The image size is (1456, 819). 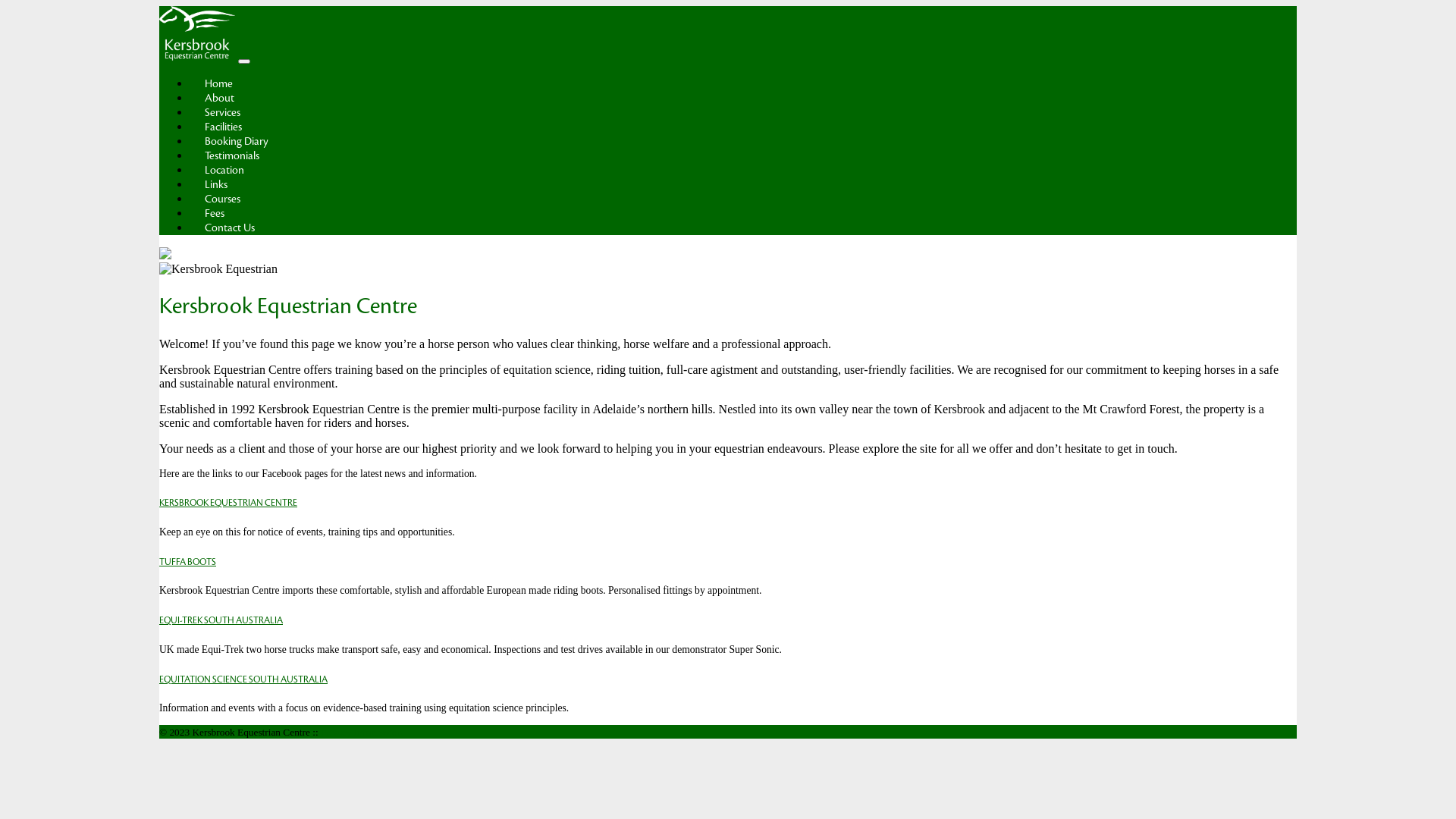 What do you see at coordinates (221, 198) in the screenshot?
I see `'Courses'` at bounding box center [221, 198].